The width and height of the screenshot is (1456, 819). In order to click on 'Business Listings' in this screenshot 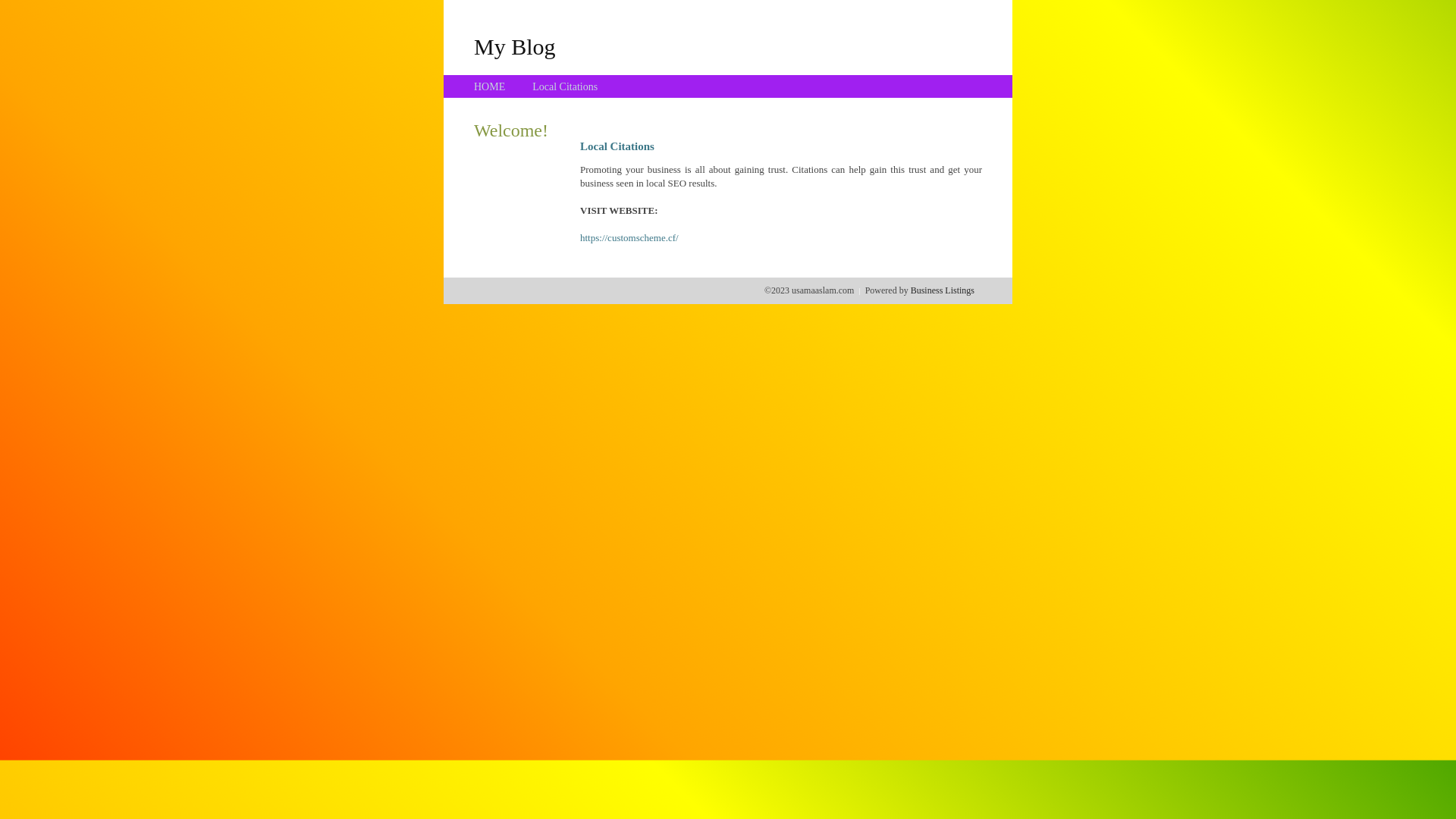, I will do `click(942, 290)`.